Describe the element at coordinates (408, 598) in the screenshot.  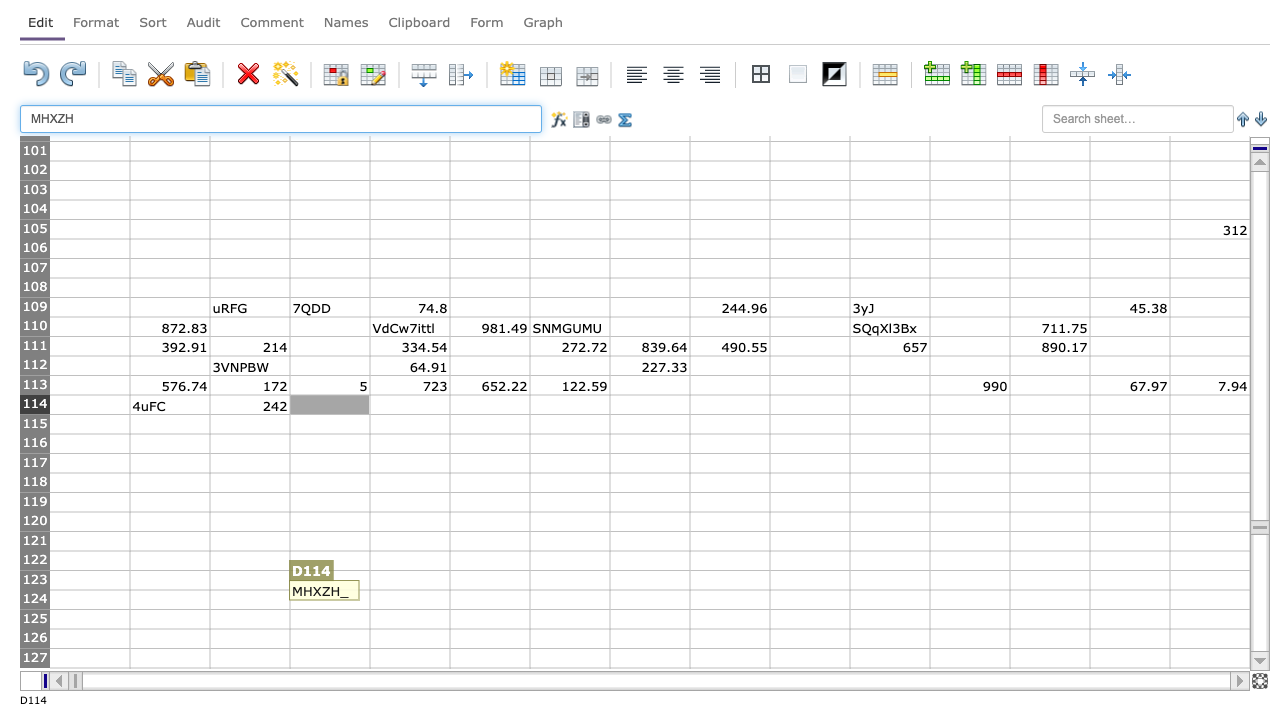
I see `E124` at that location.